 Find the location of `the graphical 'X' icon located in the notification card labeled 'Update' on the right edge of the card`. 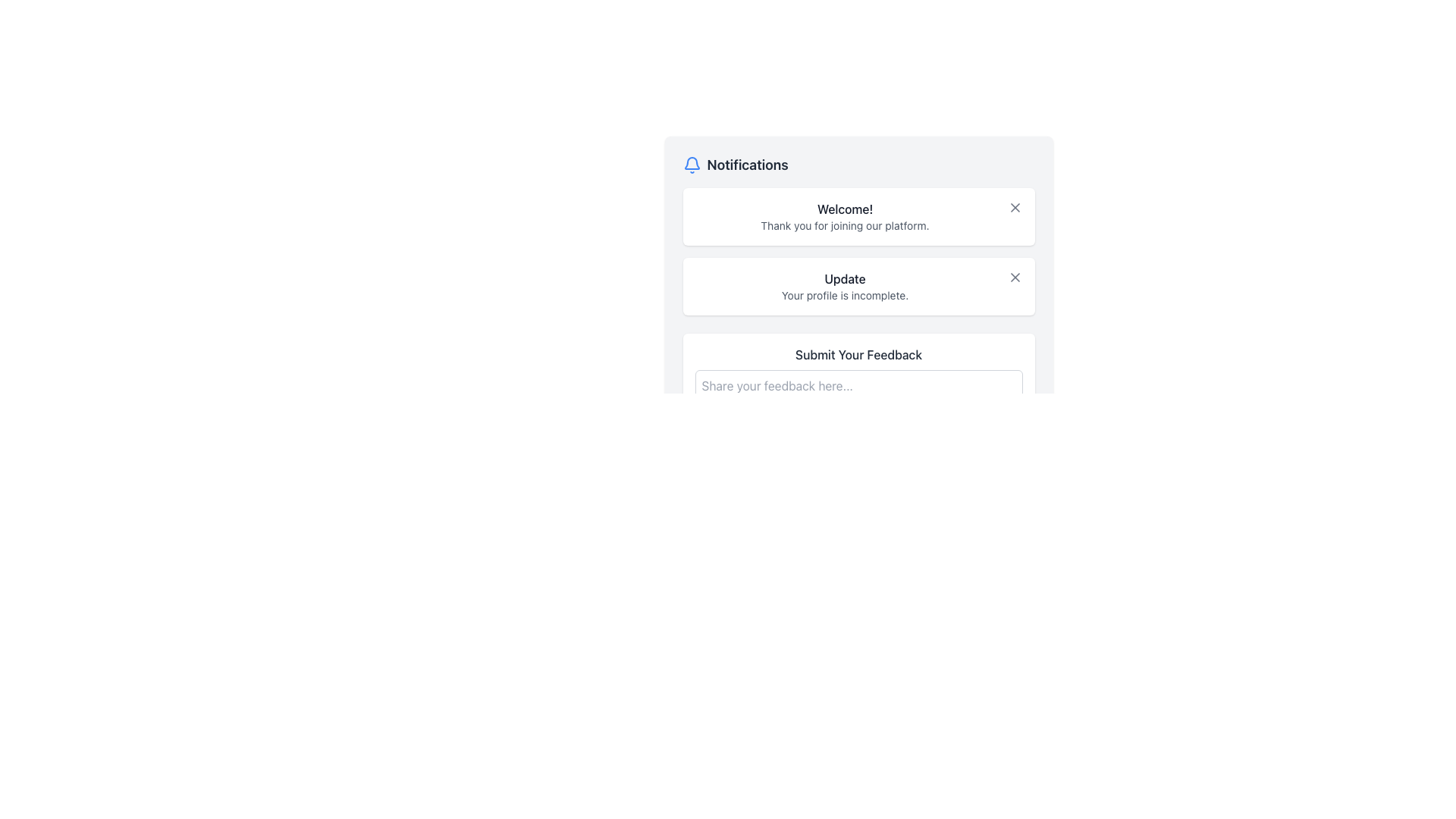

the graphical 'X' icon located in the notification card labeled 'Update' on the right edge of the card is located at coordinates (1015, 278).